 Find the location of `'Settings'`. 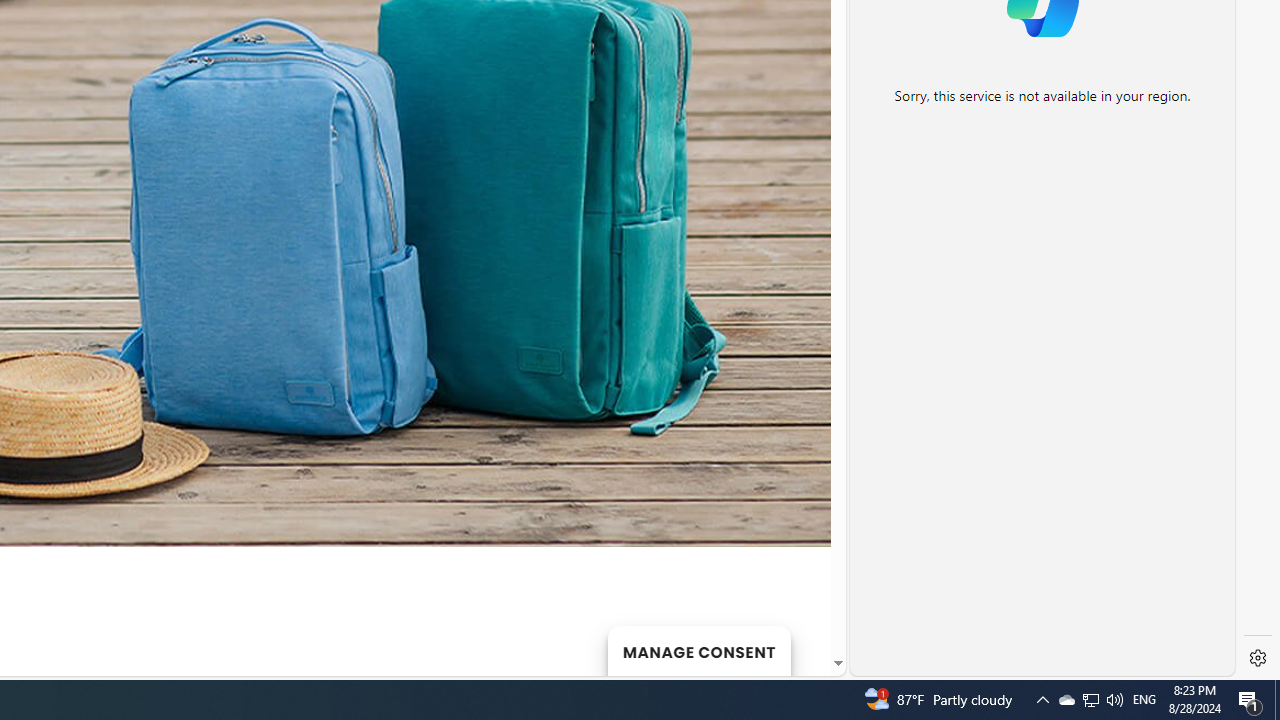

'Settings' is located at coordinates (1257, 658).